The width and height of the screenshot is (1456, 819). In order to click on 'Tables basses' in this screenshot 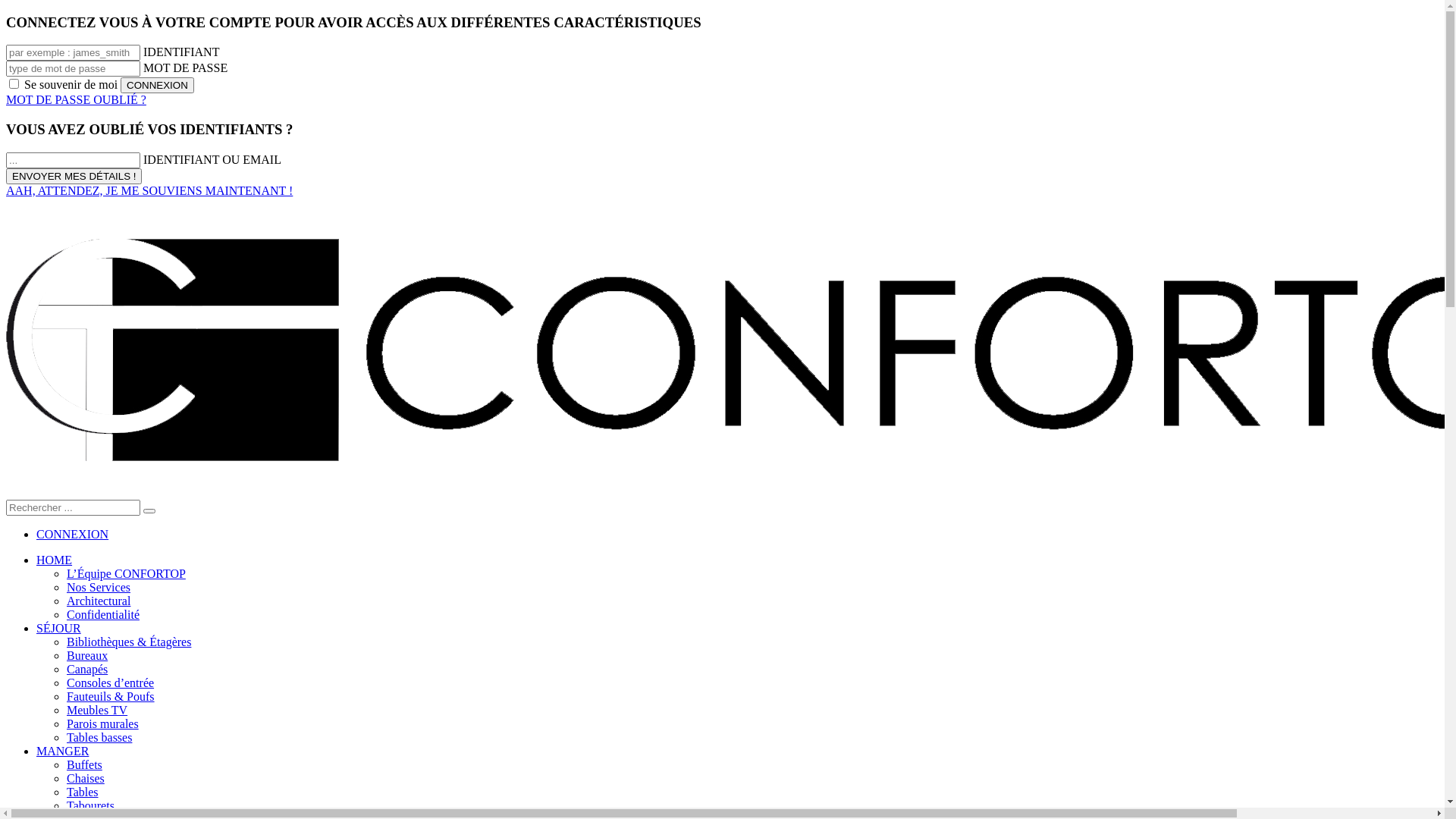, I will do `click(98, 736)`.